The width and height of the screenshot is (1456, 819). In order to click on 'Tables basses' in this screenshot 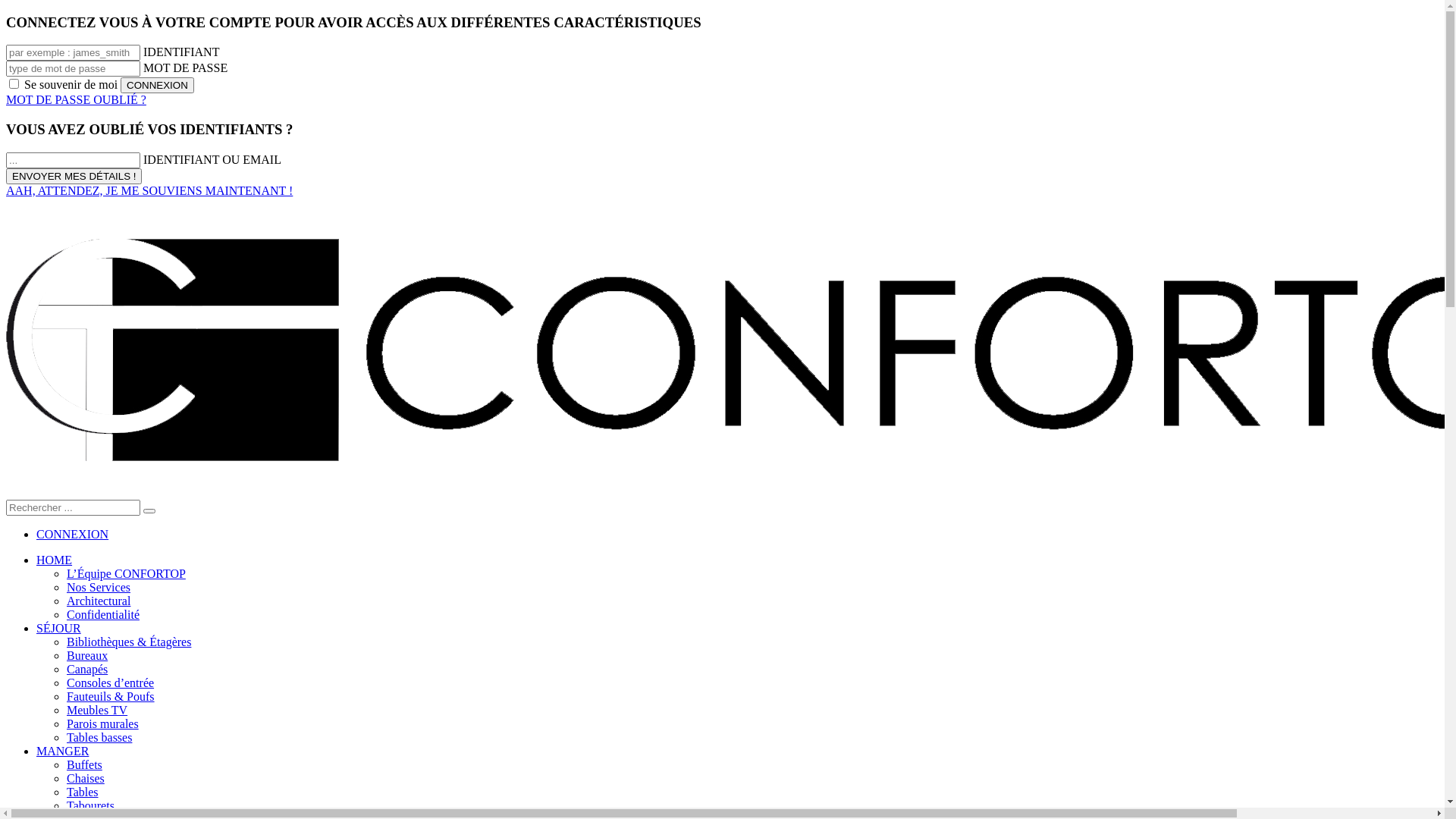, I will do `click(98, 736)`.